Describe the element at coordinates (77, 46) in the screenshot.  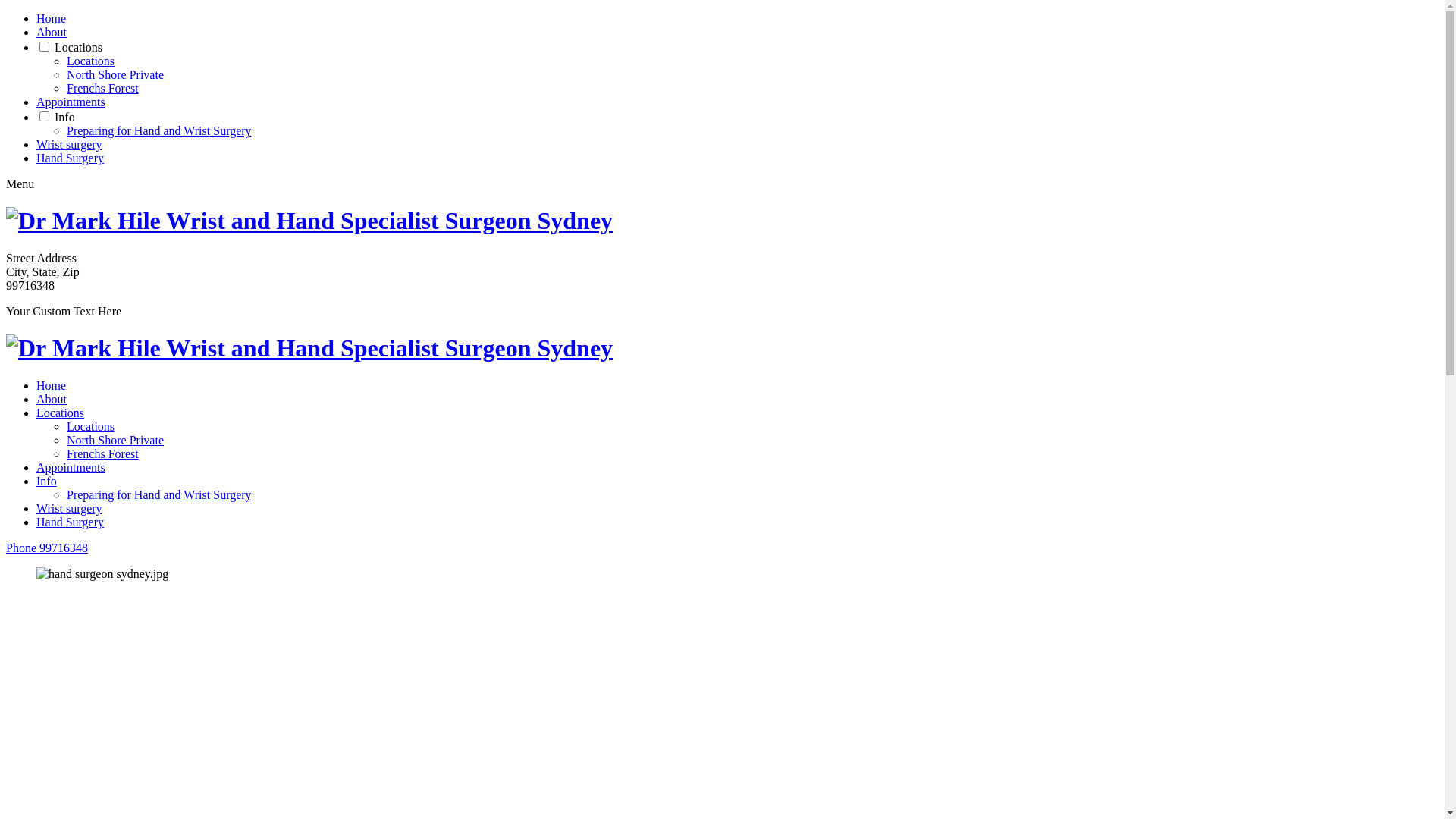
I see `'Locations'` at that location.